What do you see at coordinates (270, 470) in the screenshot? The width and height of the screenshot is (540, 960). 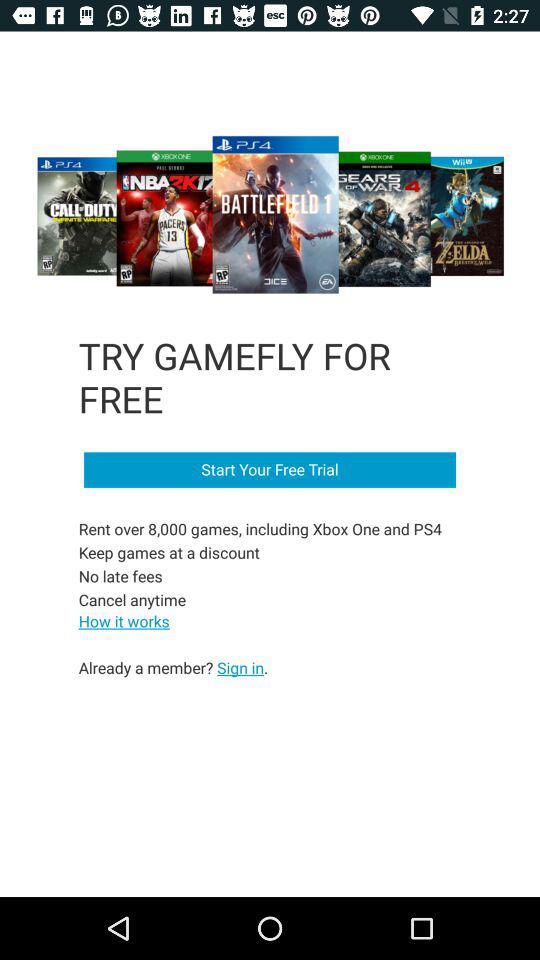 I see `start your free` at bounding box center [270, 470].